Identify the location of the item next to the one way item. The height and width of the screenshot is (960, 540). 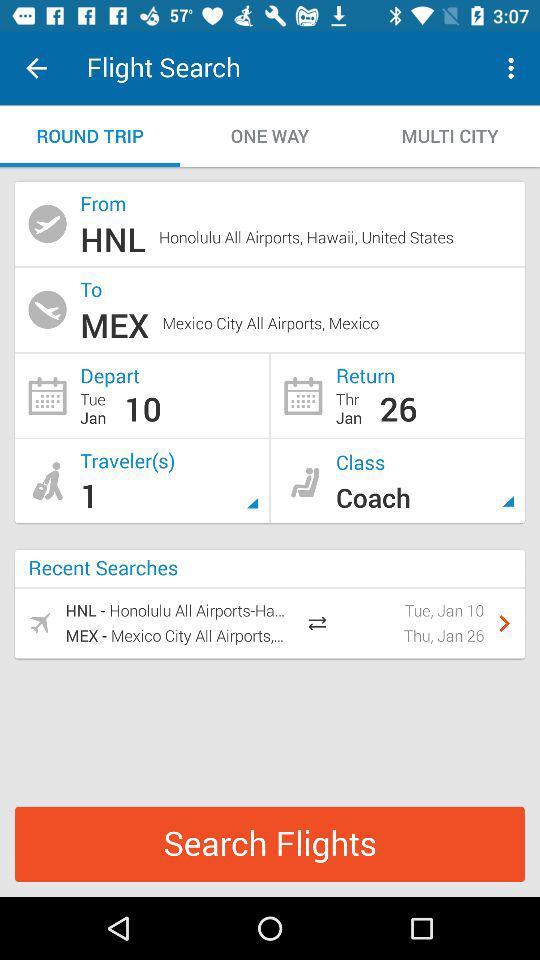
(89, 135).